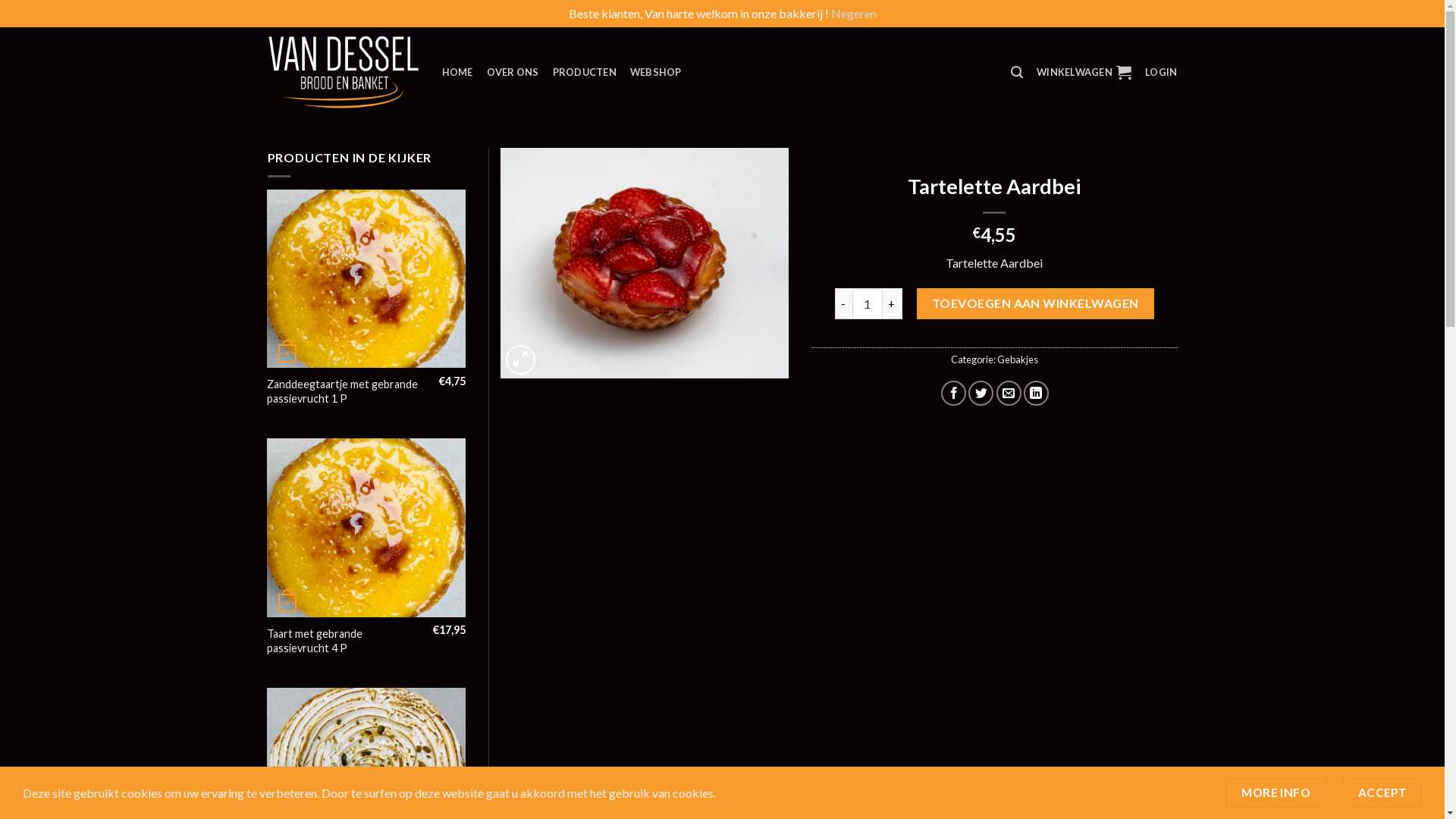  Describe the element at coordinates (1382, 792) in the screenshot. I see `'ACCEPT'` at that location.